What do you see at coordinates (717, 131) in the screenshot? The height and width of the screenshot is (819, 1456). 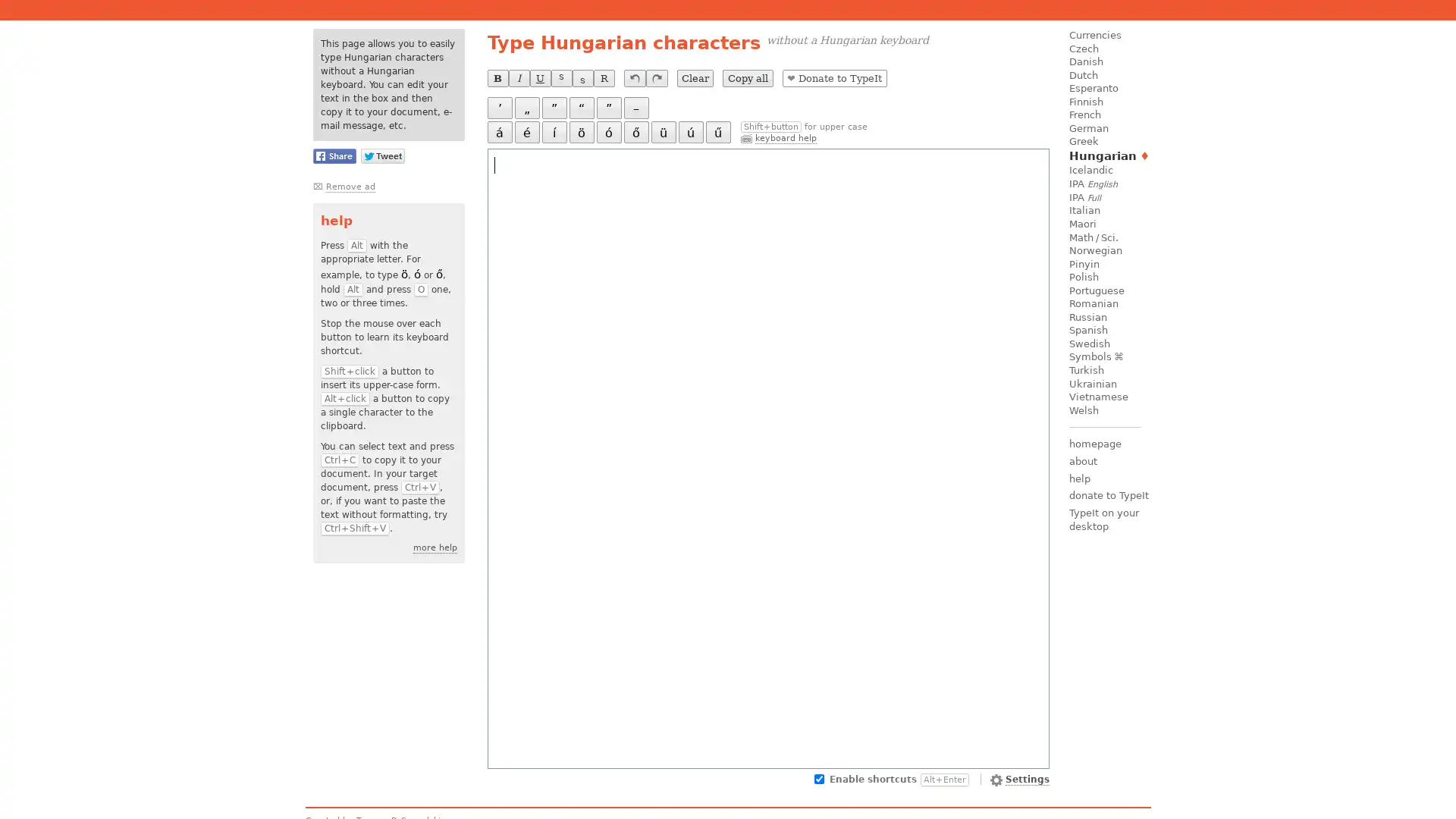 I see `u` at bounding box center [717, 131].